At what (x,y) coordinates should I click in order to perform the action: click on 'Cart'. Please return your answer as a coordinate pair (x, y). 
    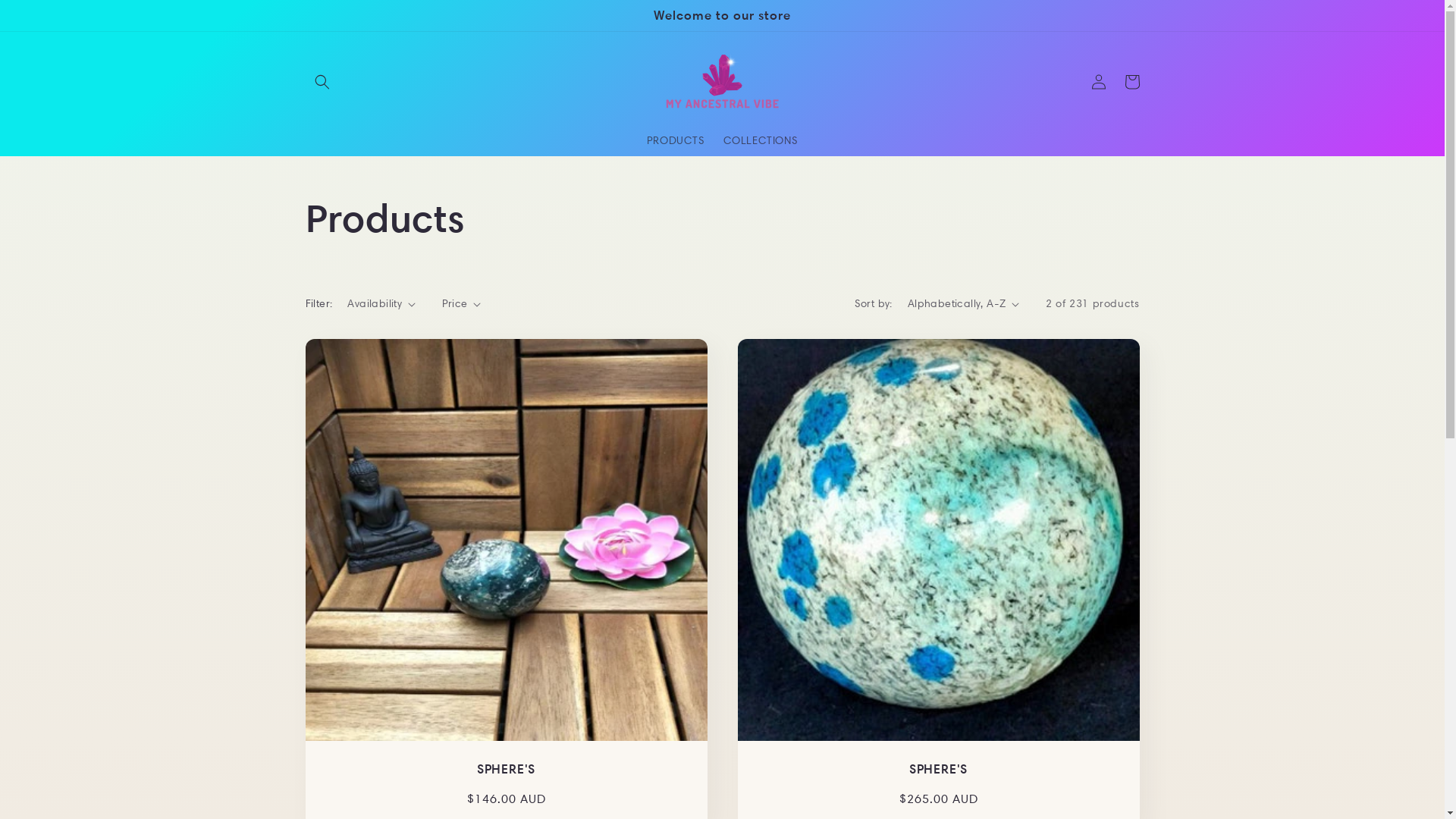
    Looking at the image, I should click on (1114, 82).